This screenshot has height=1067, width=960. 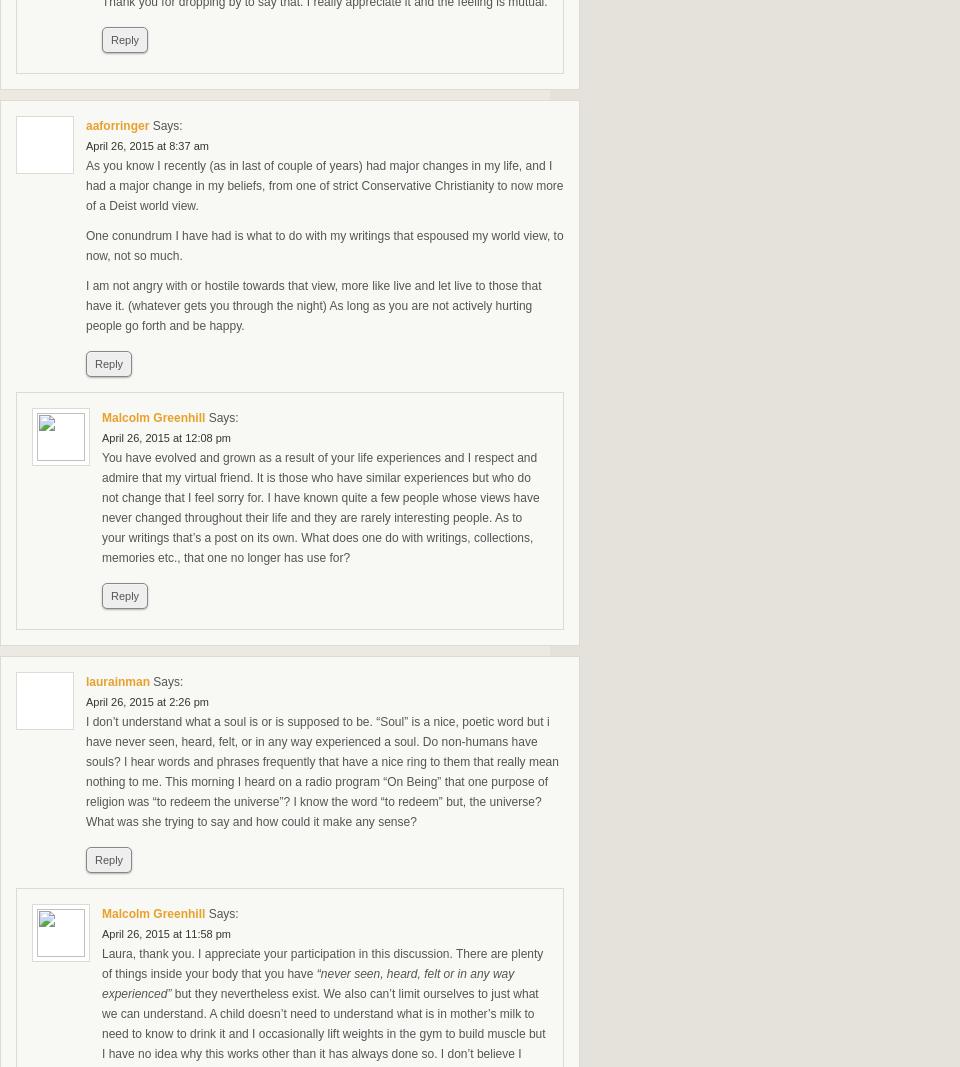 I want to click on 'aaforringer', so click(x=117, y=125).